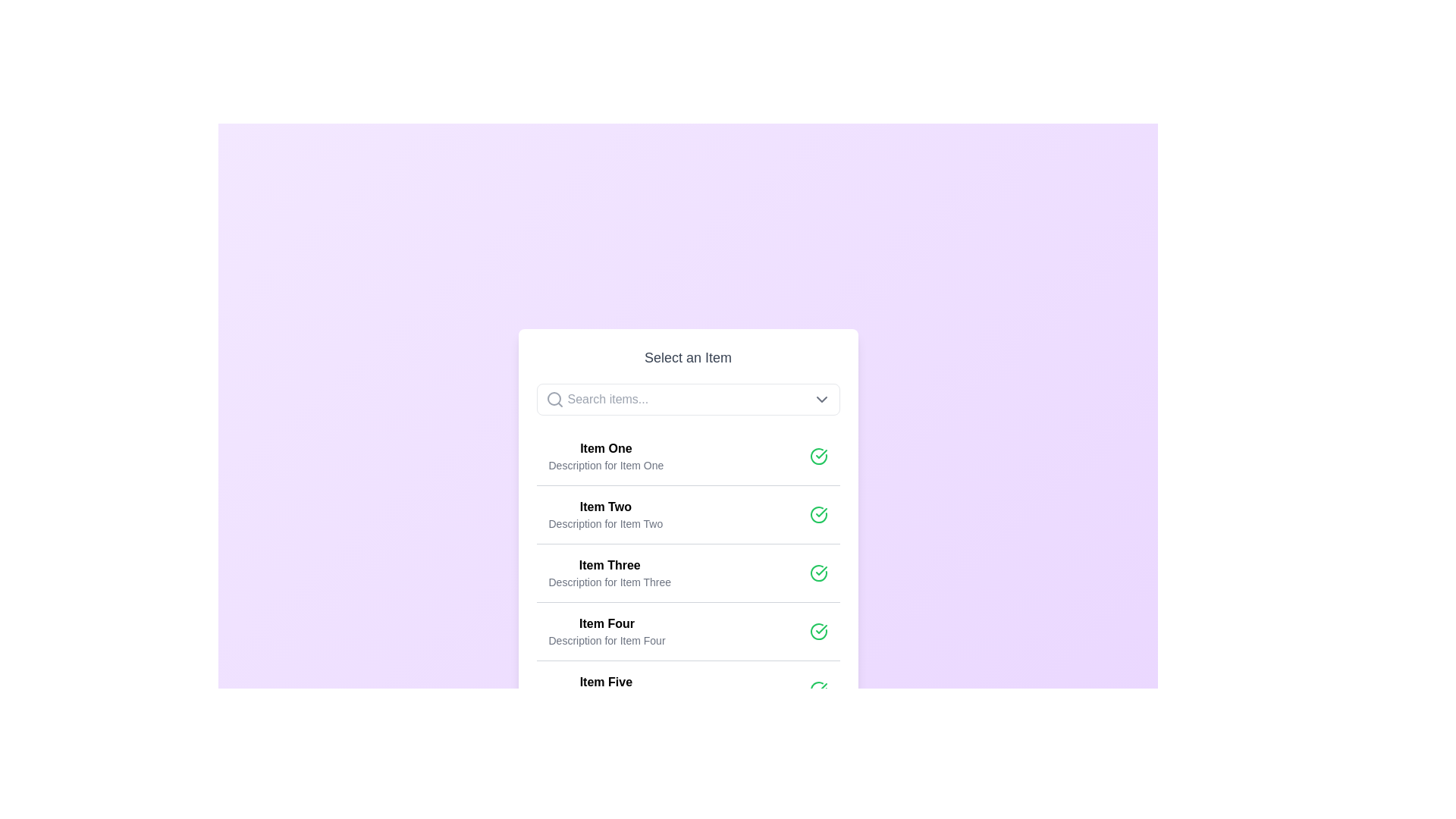  What do you see at coordinates (604, 522) in the screenshot?
I see `the text label that reads 'Description for Item Two', which is styled in a small font size and gray color, positioned directly below the bold header 'Item Two' in a vertically aligned list` at bounding box center [604, 522].